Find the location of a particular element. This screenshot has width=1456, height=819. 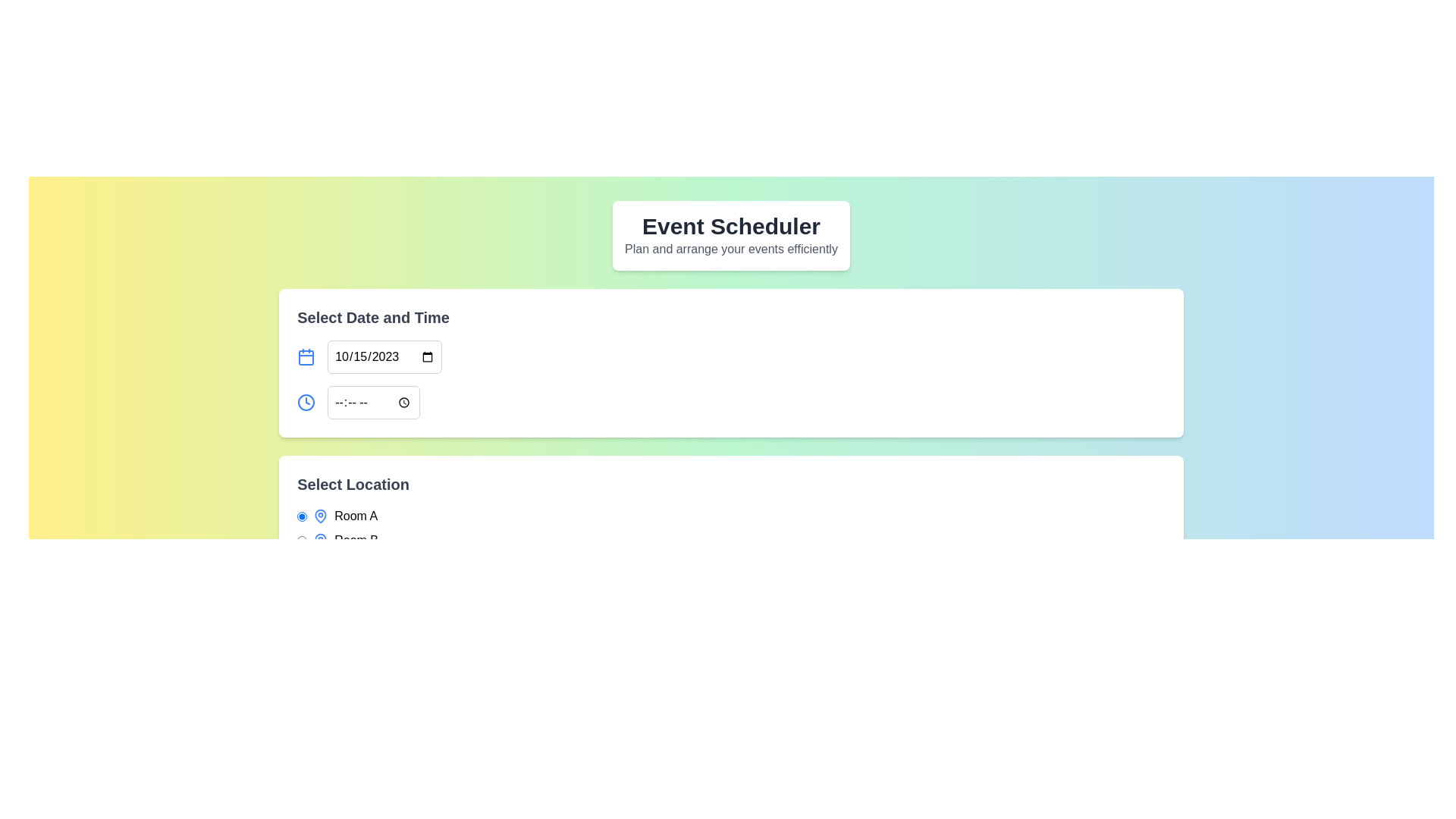

the text label displaying 'Plan and arrange your events efficiently' which is located directly below the 'Event Scheduler' header is located at coordinates (731, 248).